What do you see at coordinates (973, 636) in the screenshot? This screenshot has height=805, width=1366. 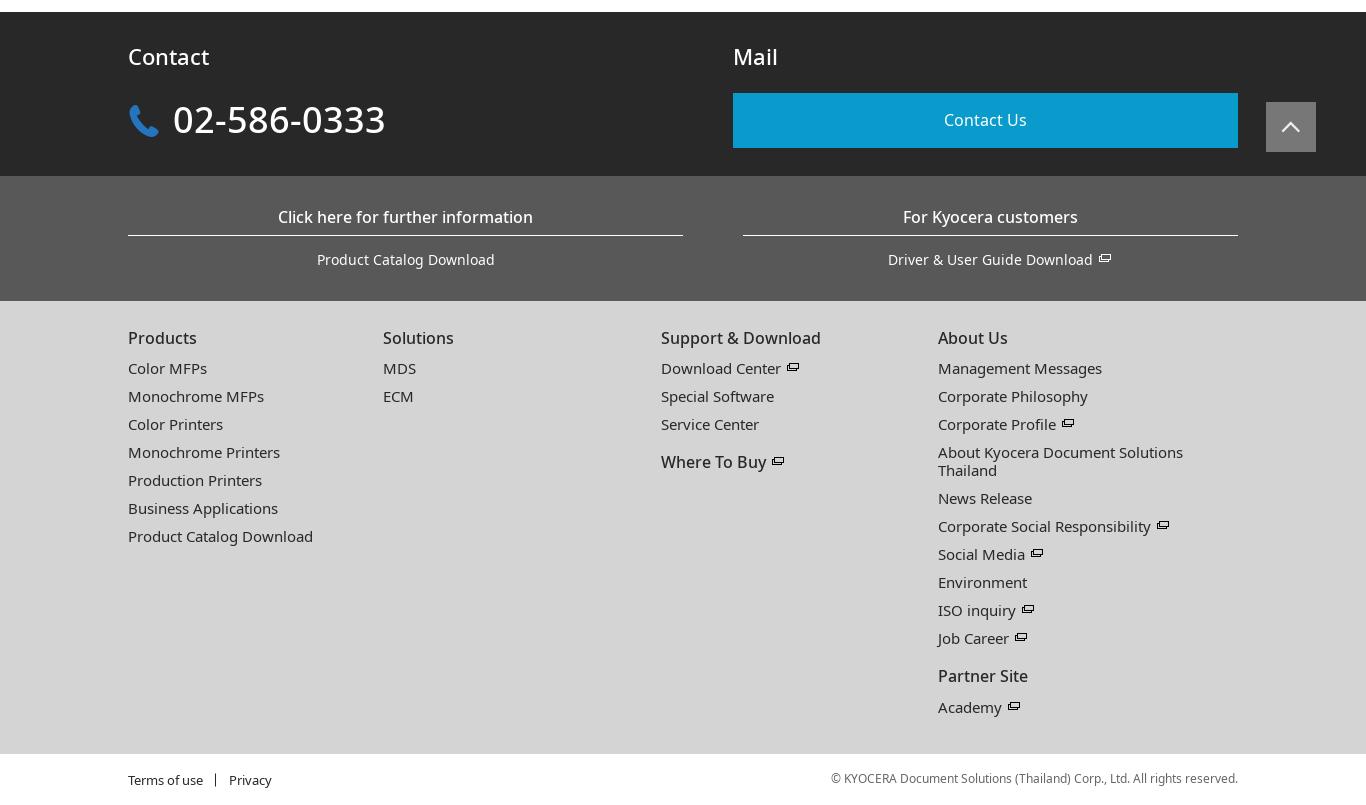 I see `'Job Career'` at bounding box center [973, 636].